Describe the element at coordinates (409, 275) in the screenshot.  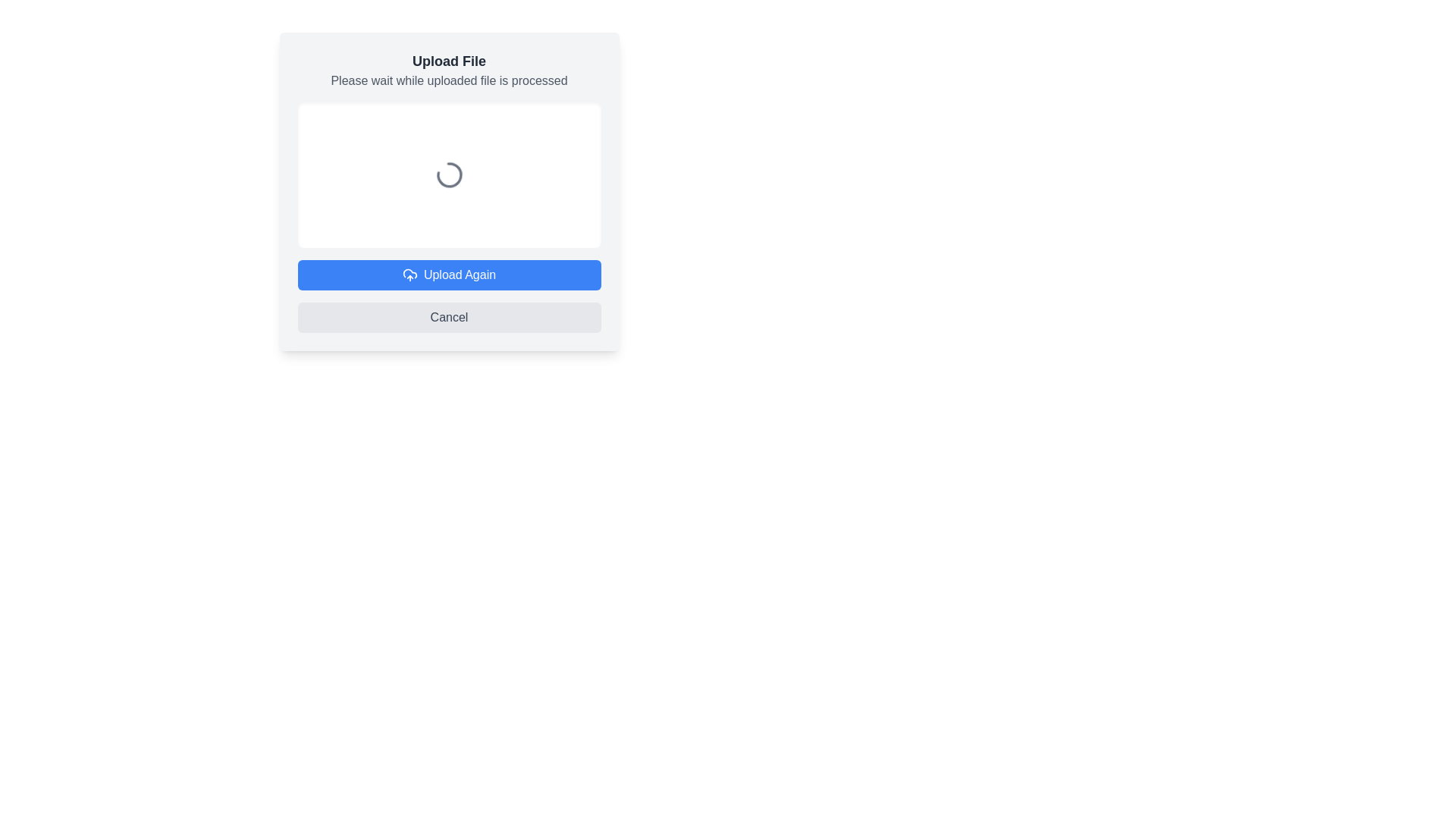
I see `the 'Upload Again' button which contains a cloud icon with an upward arrow` at that location.